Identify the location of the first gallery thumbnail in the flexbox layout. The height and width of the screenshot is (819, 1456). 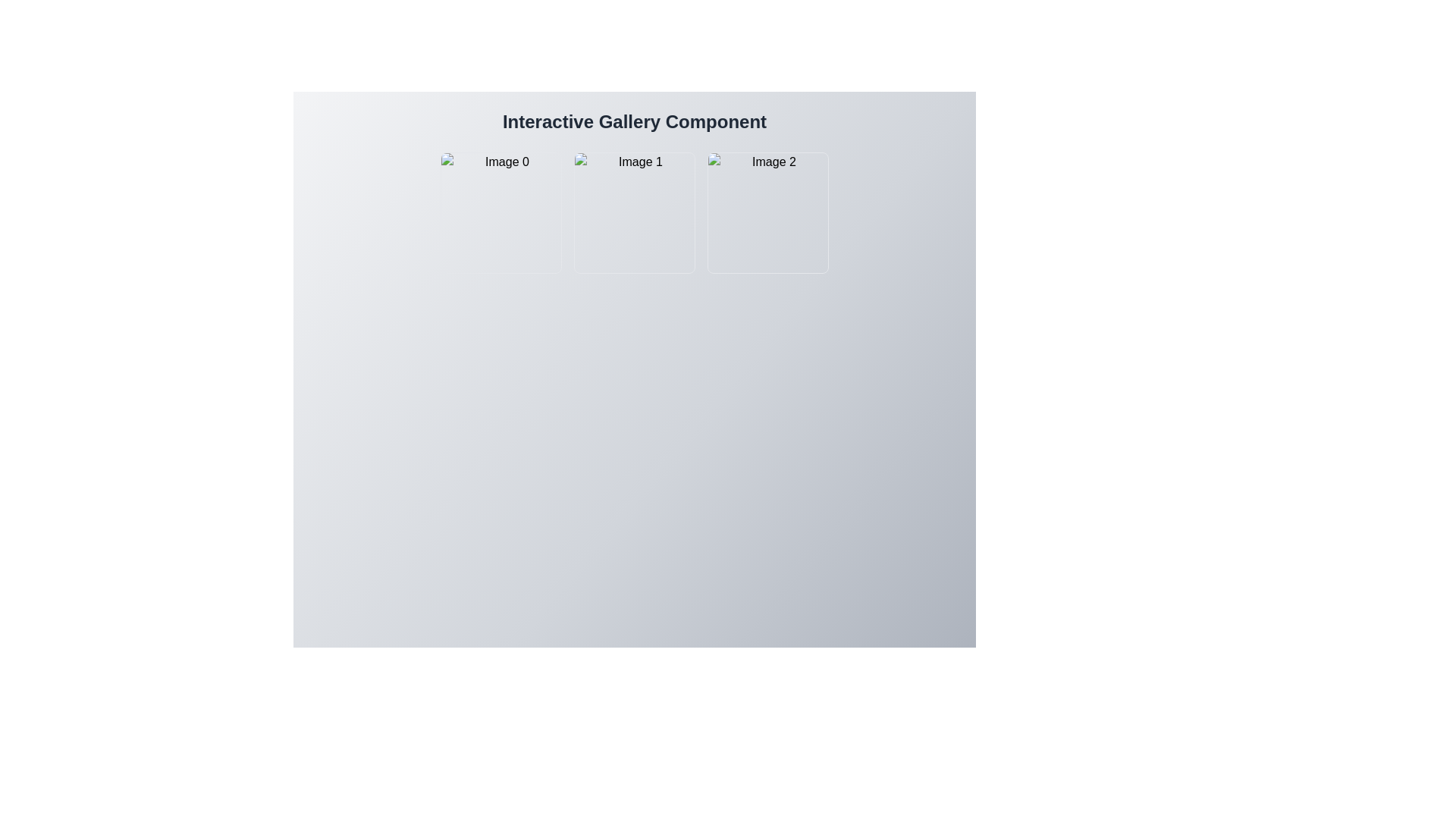
(501, 213).